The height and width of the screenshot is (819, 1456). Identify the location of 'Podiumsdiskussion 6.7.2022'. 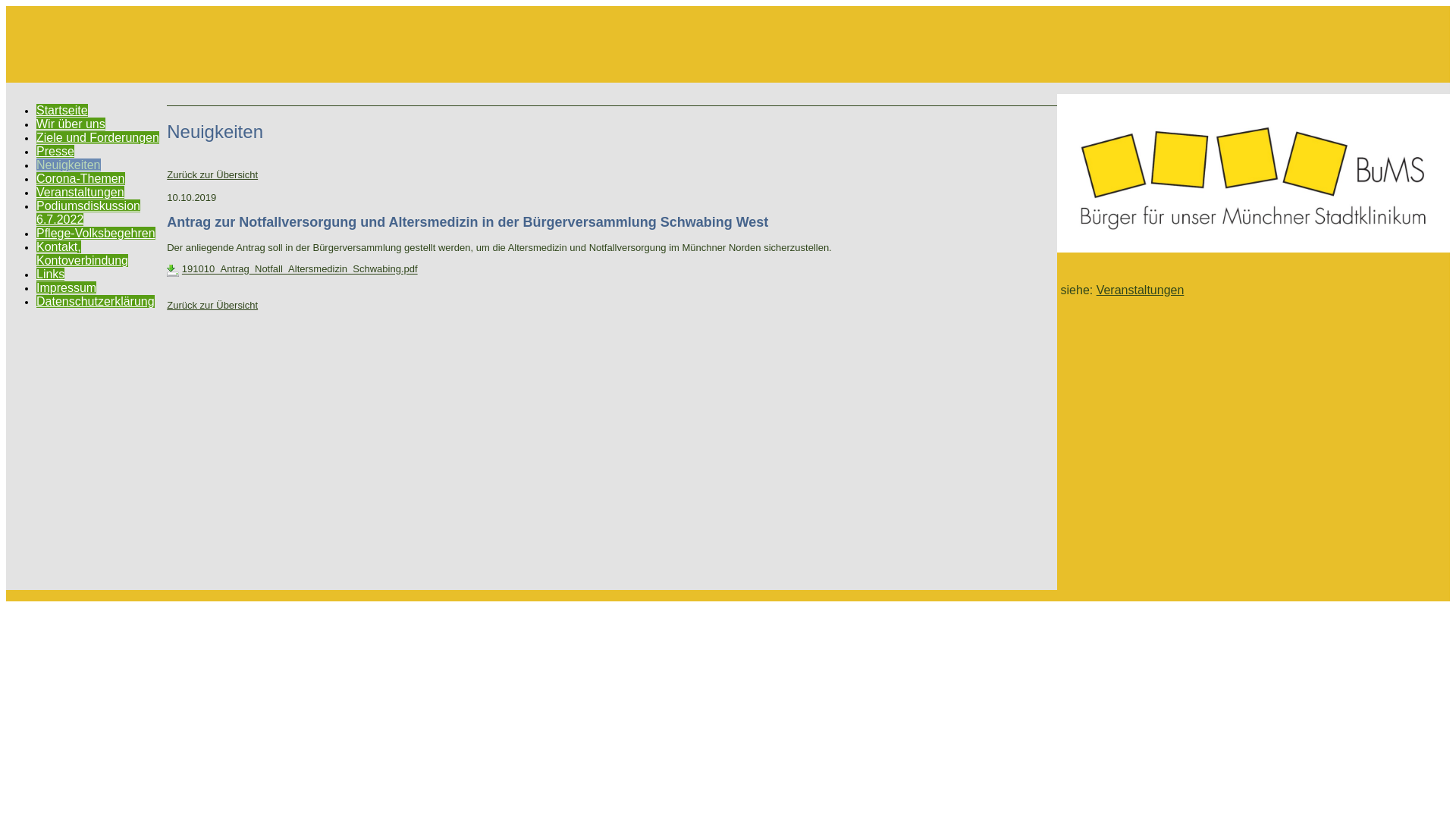
(87, 212).